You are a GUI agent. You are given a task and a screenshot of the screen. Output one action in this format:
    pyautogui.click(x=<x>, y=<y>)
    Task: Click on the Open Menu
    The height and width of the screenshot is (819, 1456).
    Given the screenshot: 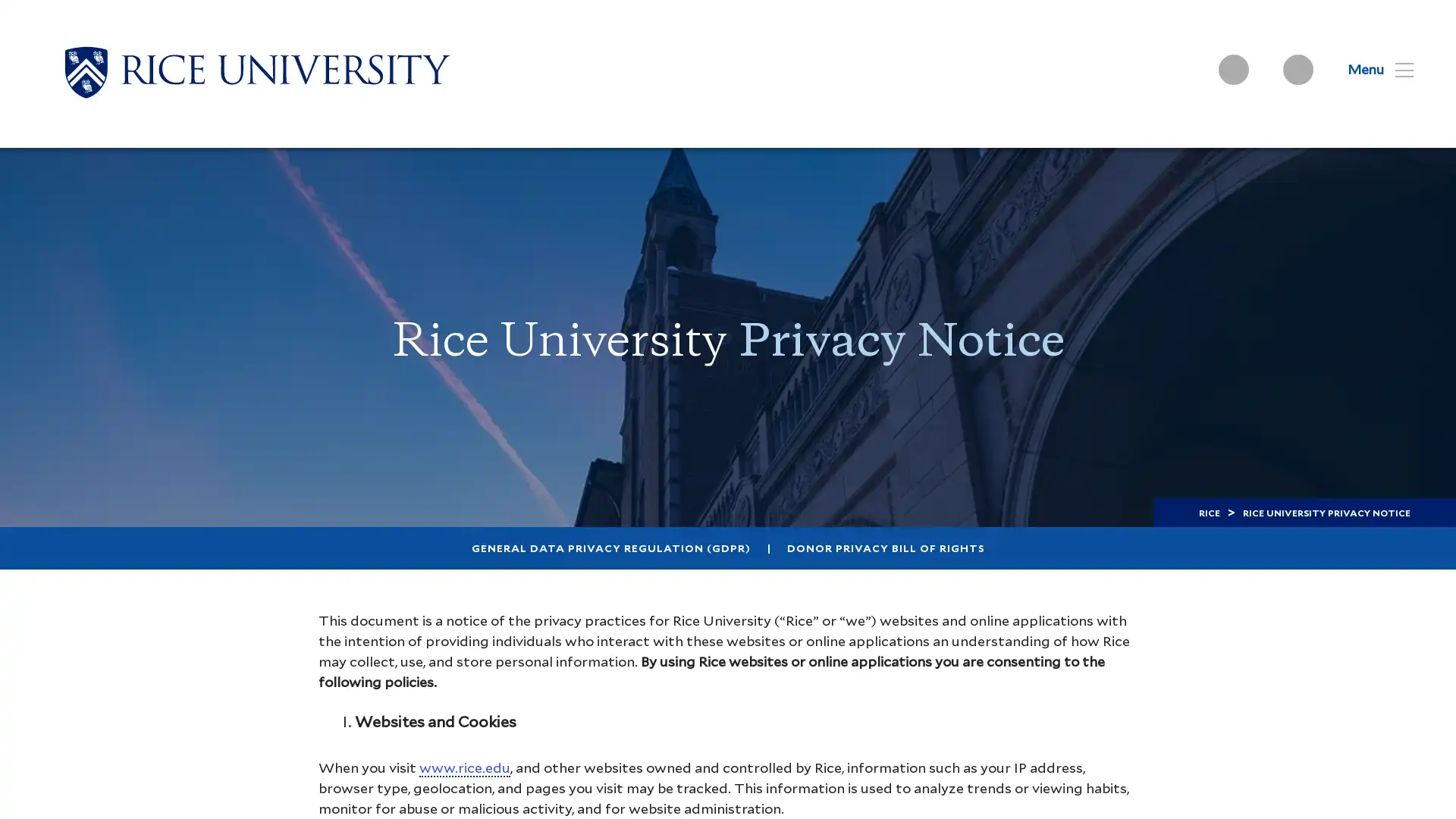 What is the action you would take?
    pyautogui.click(x=1371, y=69)
    